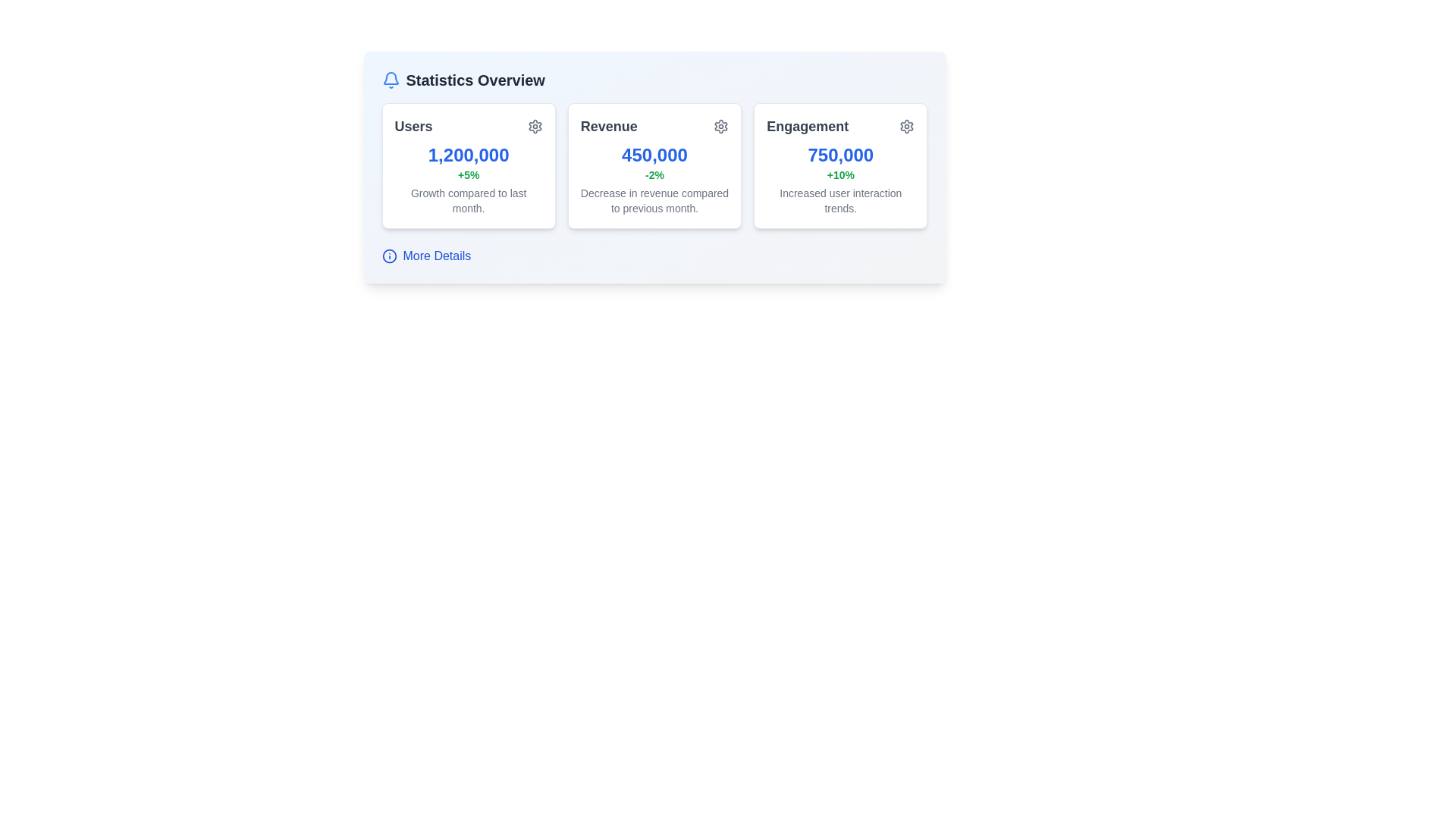 Image resolution: width=1456 pixels, height=819 pixels. What do you see at coordinates (720, 125) in the screenshot?
I see `the gear icon representing settings in the 'Revenue' card located at the top-right corner of the 'Statistics Overview' section` at bounding box center [720, 125].